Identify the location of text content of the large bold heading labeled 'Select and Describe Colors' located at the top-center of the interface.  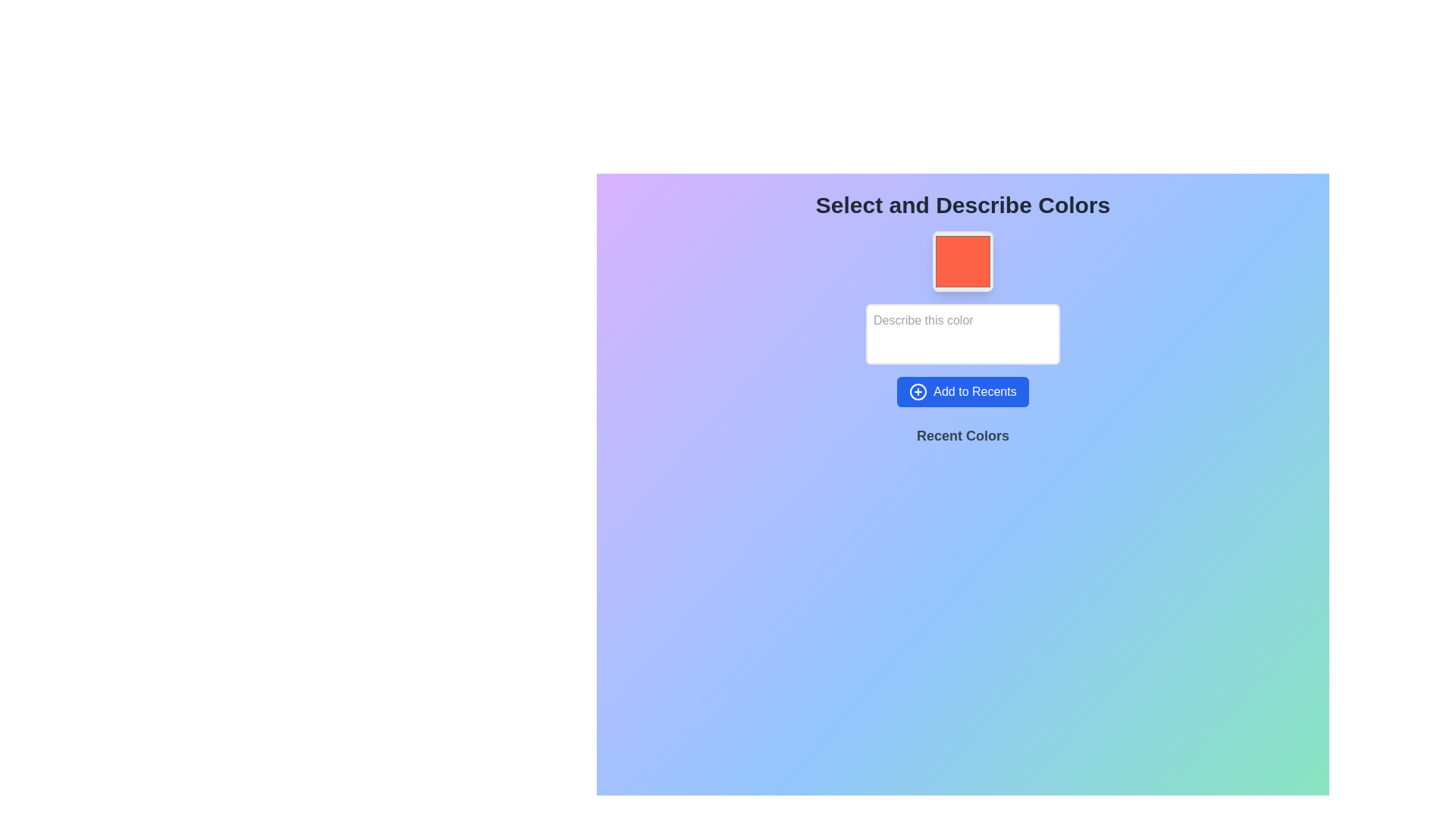
(962, 205).